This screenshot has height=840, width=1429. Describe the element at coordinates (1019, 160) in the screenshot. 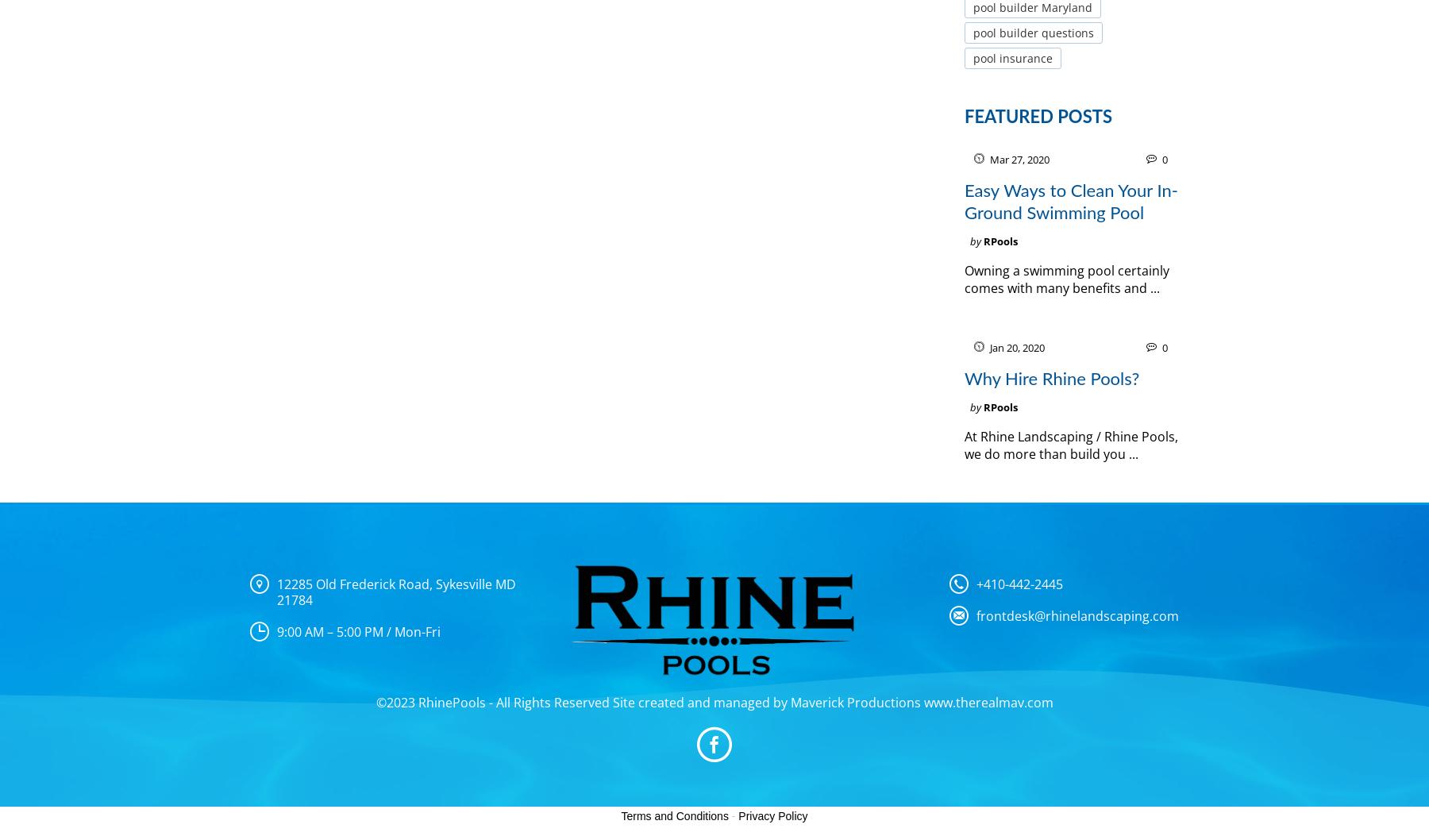

I see `'Mar 27, 2020'` at that location.